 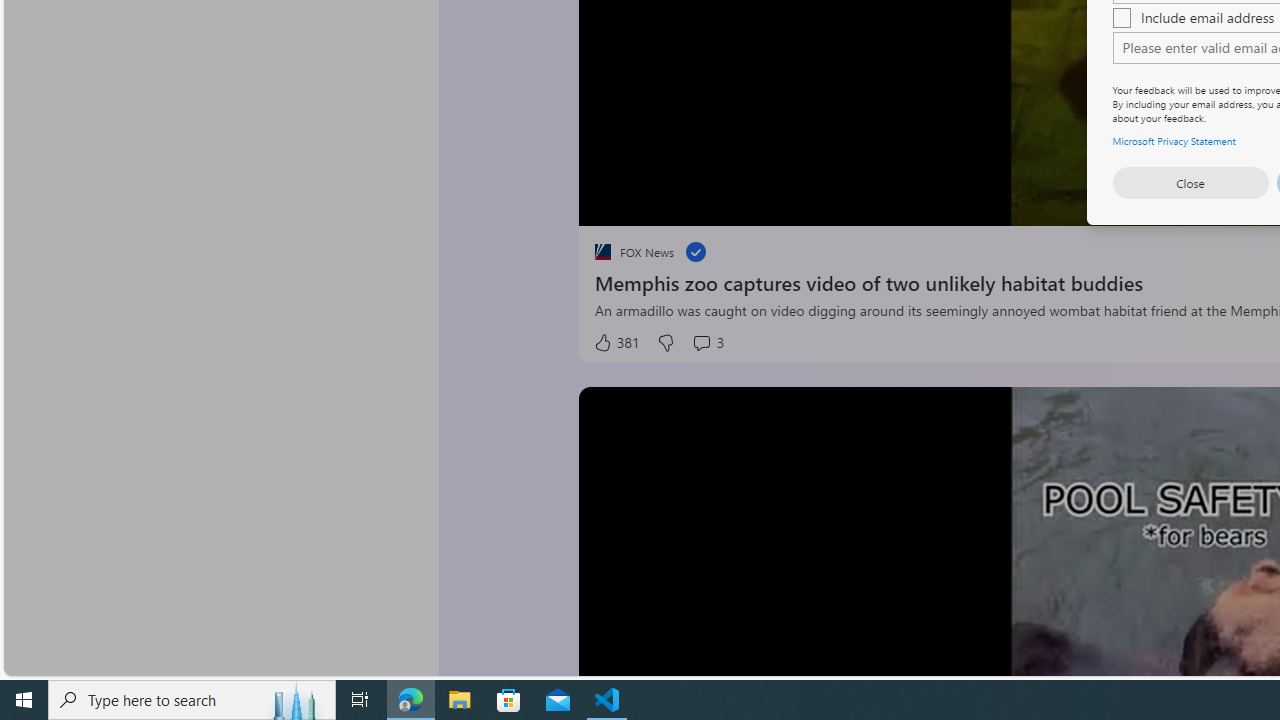 What do you see at coordinates (707, 342) in the screenshot?
I see `'View comments 3 Comment'` at bounding box center [707, 342].